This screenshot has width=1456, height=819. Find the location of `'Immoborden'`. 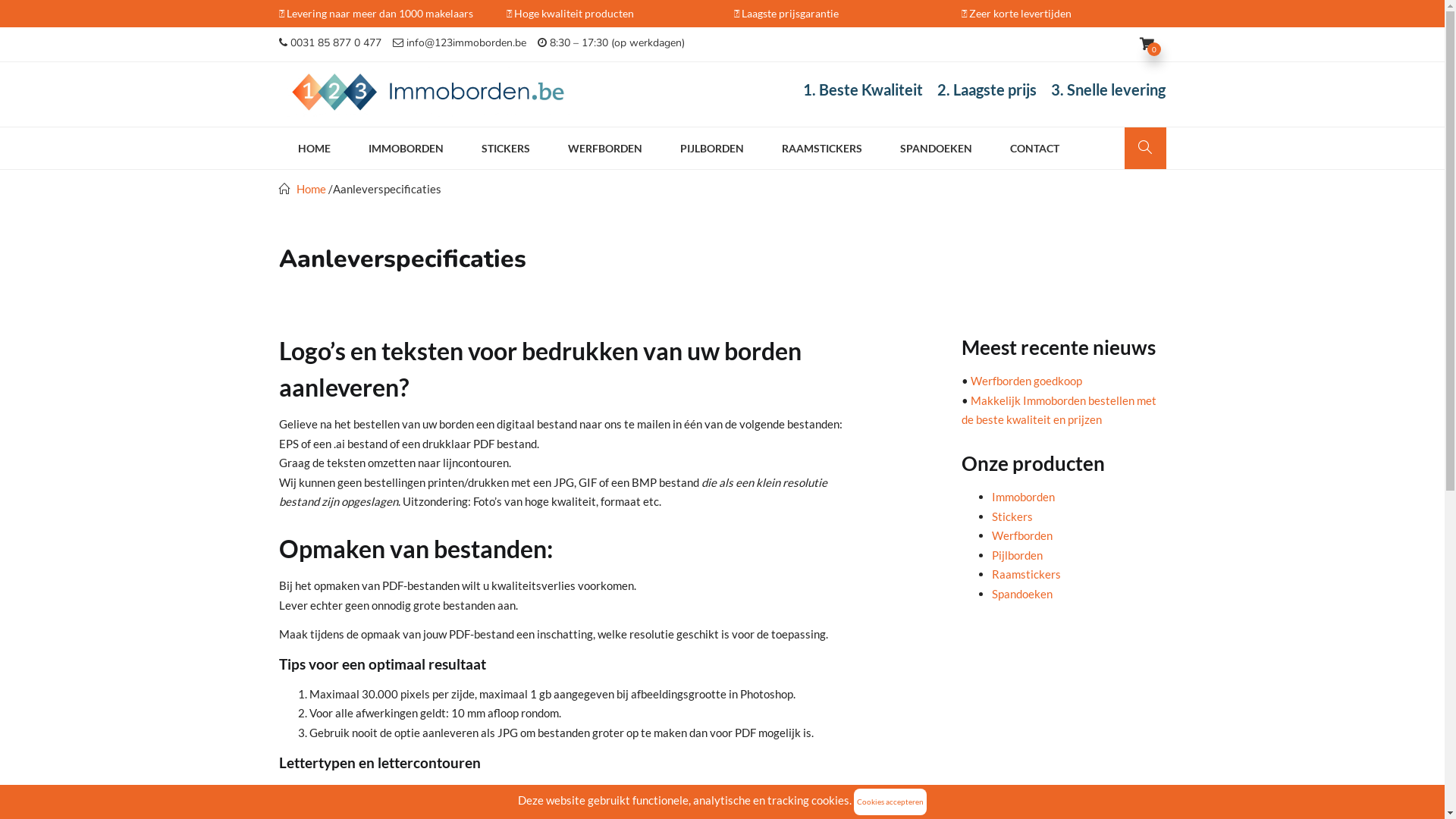

'Immoborden' is located at coordinates (1023, 497).